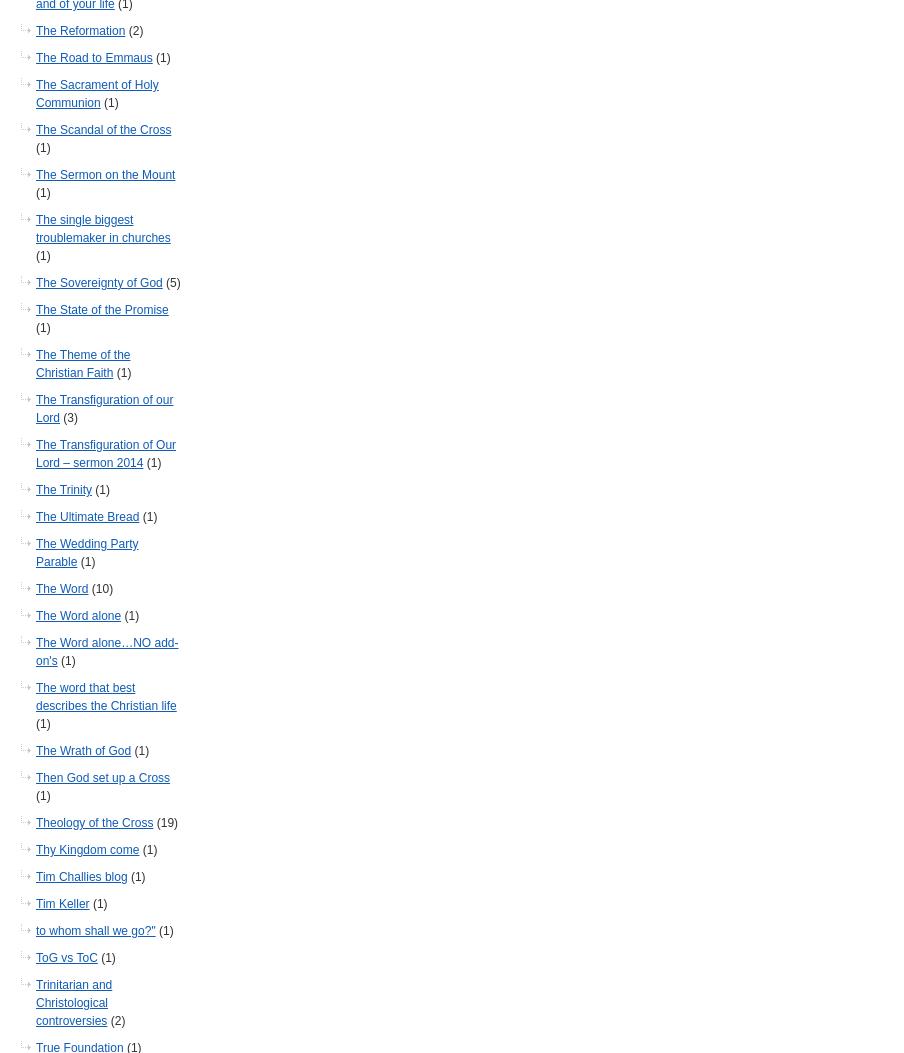 The width and height of the screenshot is (904, 1053). What do you see at coordinates (86, 552) in the screenshot?
I see `'The Wedding Party Parable'` at bounding box center [86, 552].